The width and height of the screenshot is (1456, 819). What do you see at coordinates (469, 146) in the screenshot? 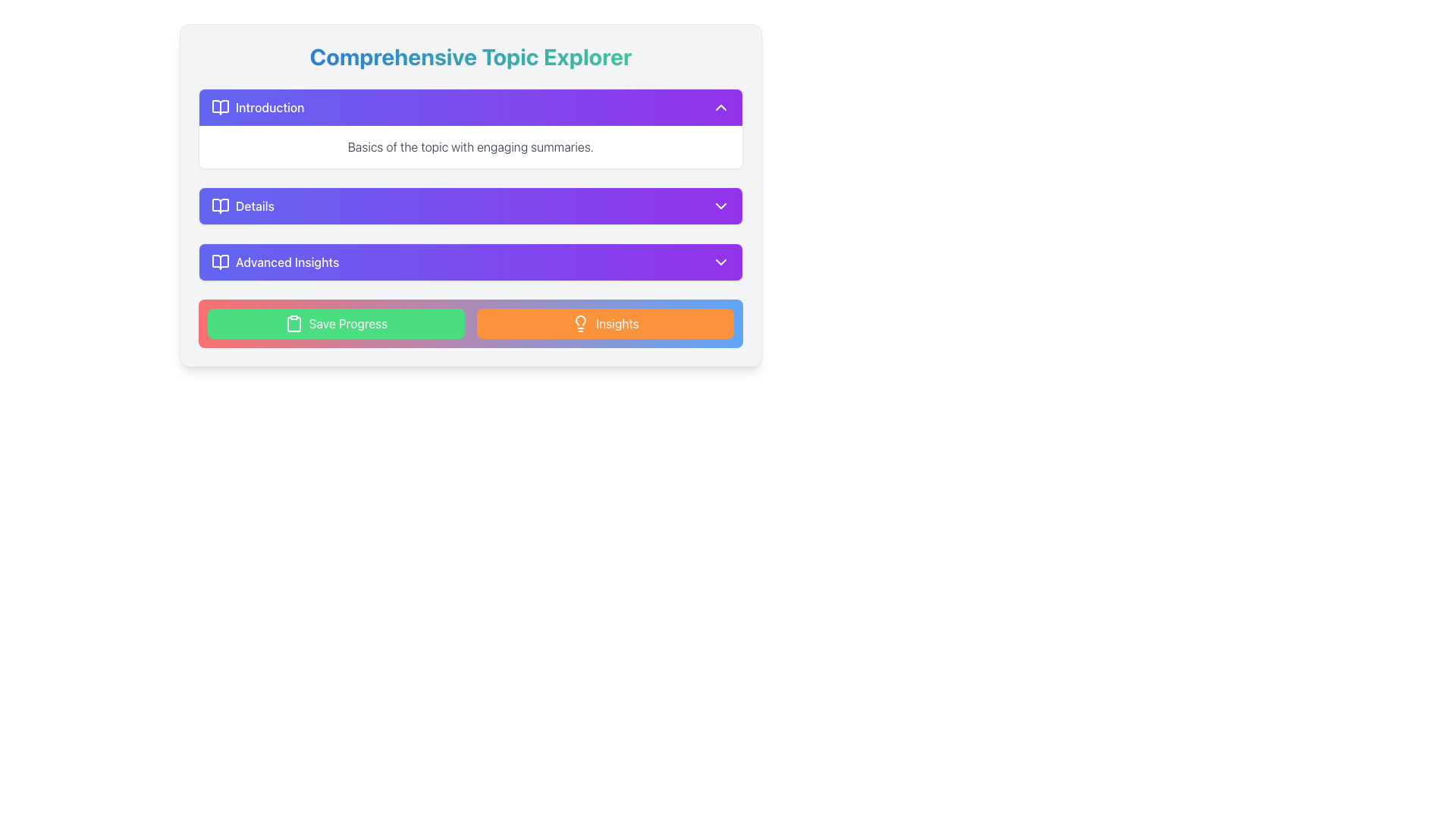
I see `the text label displaying 'Basics of the topic with engaging summaries.' in the 'Introduction' section of the 'Comprehensive Topic Explorer' interface` at bounding box center [469, 146].